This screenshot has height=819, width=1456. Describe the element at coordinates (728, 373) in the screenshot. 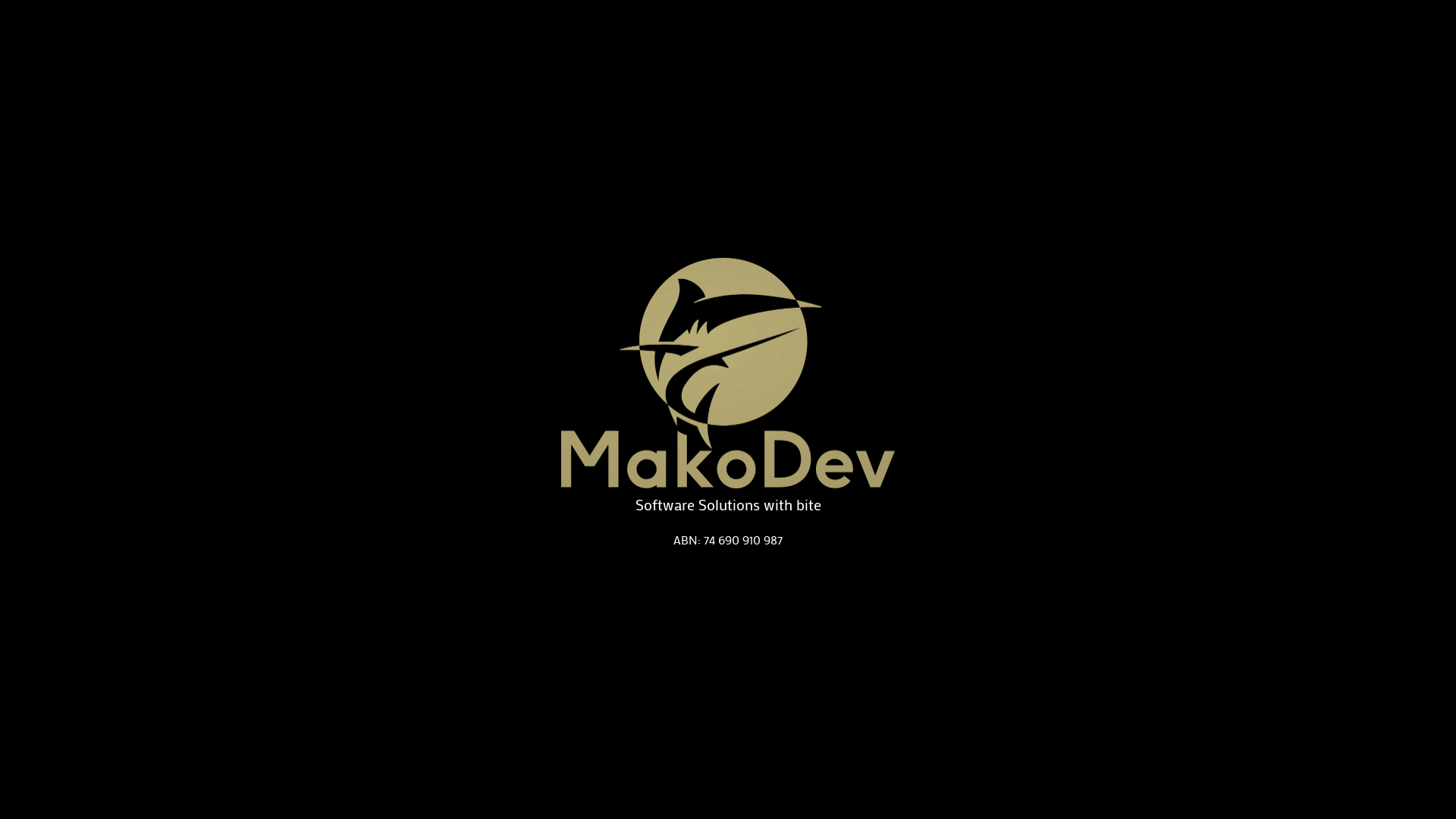

I see `'MakoDev'` at that location.